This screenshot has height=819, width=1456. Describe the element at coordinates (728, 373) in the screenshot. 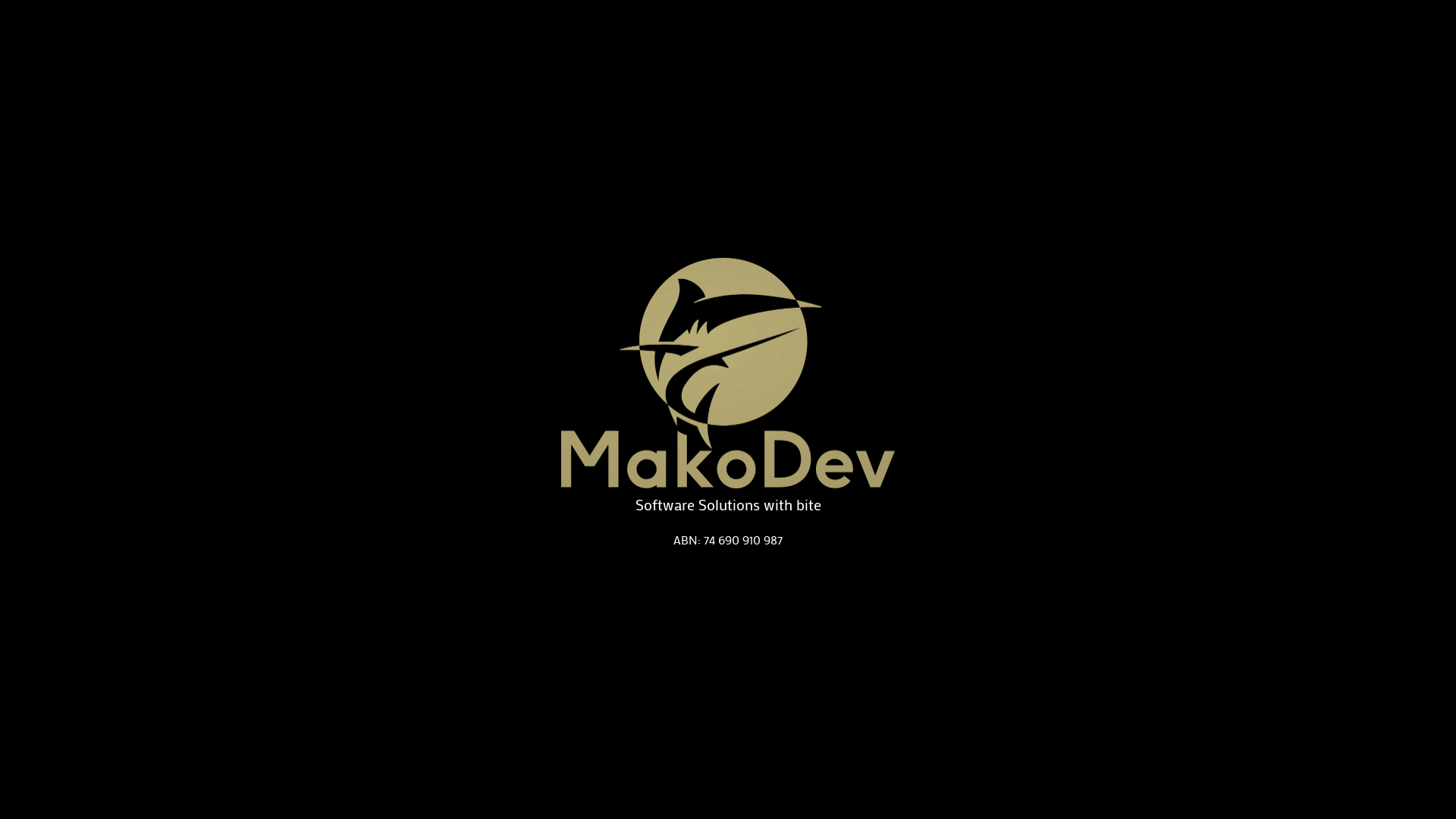

I see `'MakoDev'` at that location.